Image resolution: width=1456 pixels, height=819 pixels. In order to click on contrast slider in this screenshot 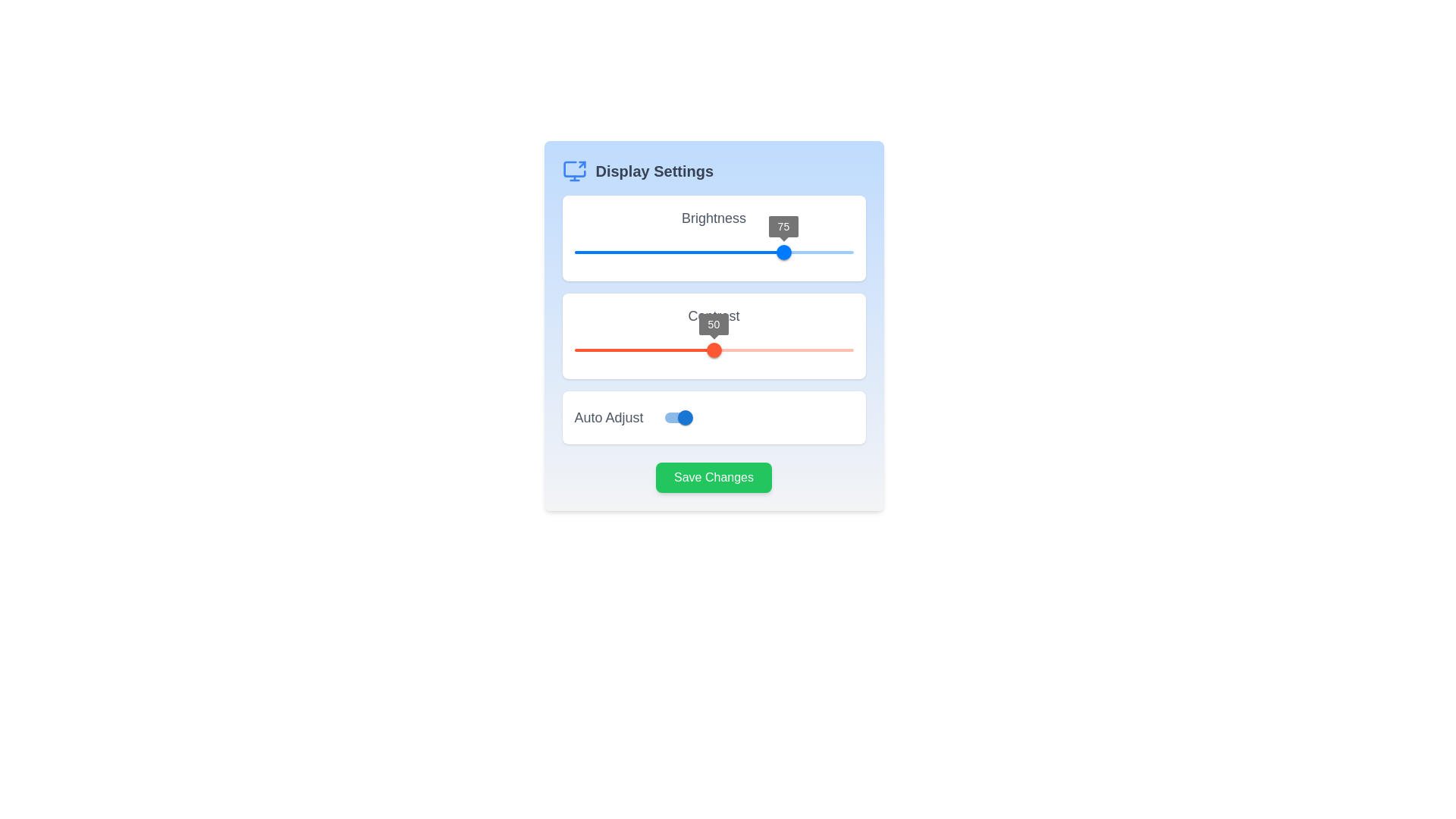, I will do `click(699, 350)`.